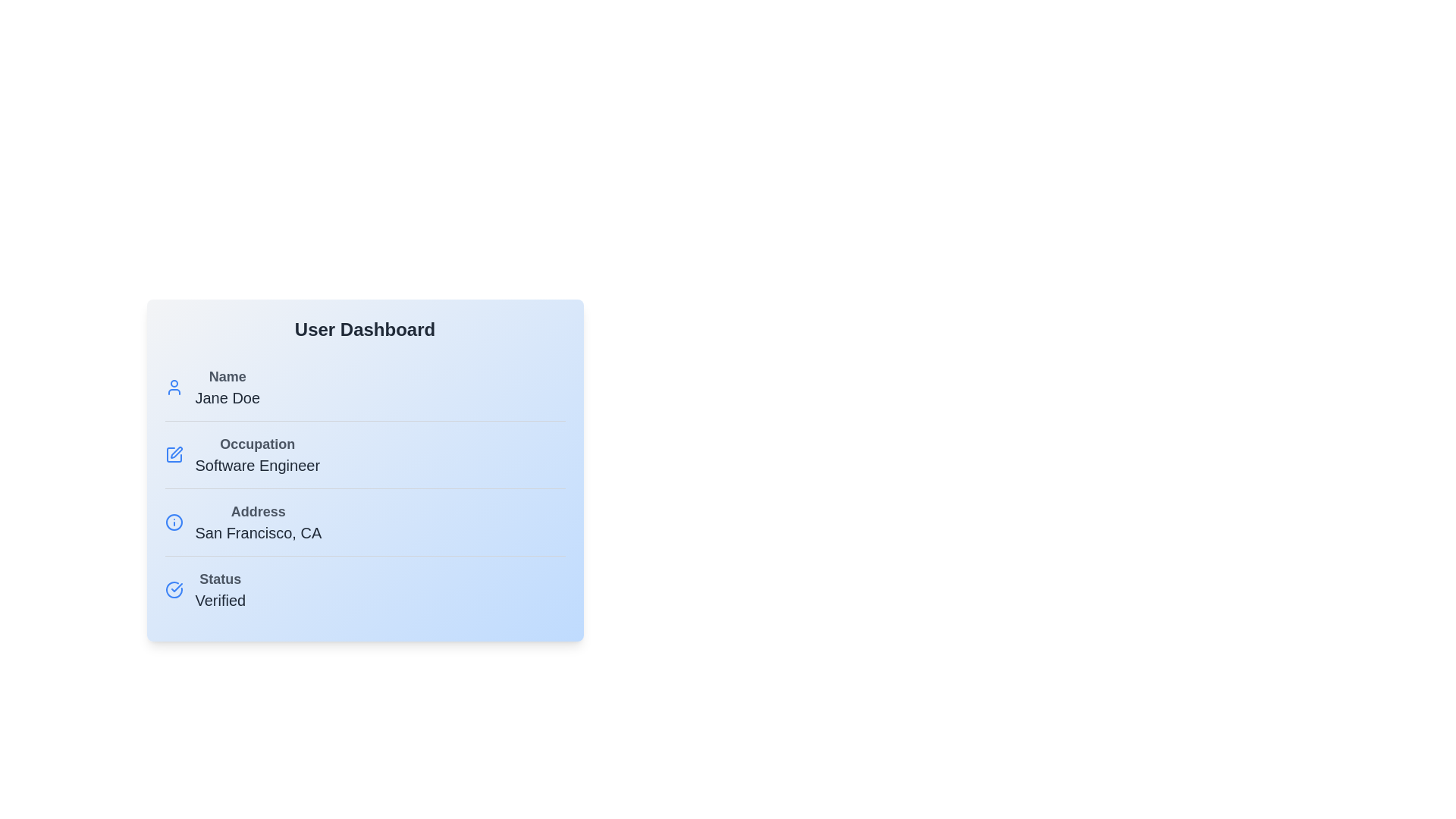 Image resolution: width=1456 pixels, height=819 pixels. Describe the element at coordinates (174, 522) in the screenshot. I see `the central circular feature of the information icon, which serves as a decorative part of the icon` at that location.